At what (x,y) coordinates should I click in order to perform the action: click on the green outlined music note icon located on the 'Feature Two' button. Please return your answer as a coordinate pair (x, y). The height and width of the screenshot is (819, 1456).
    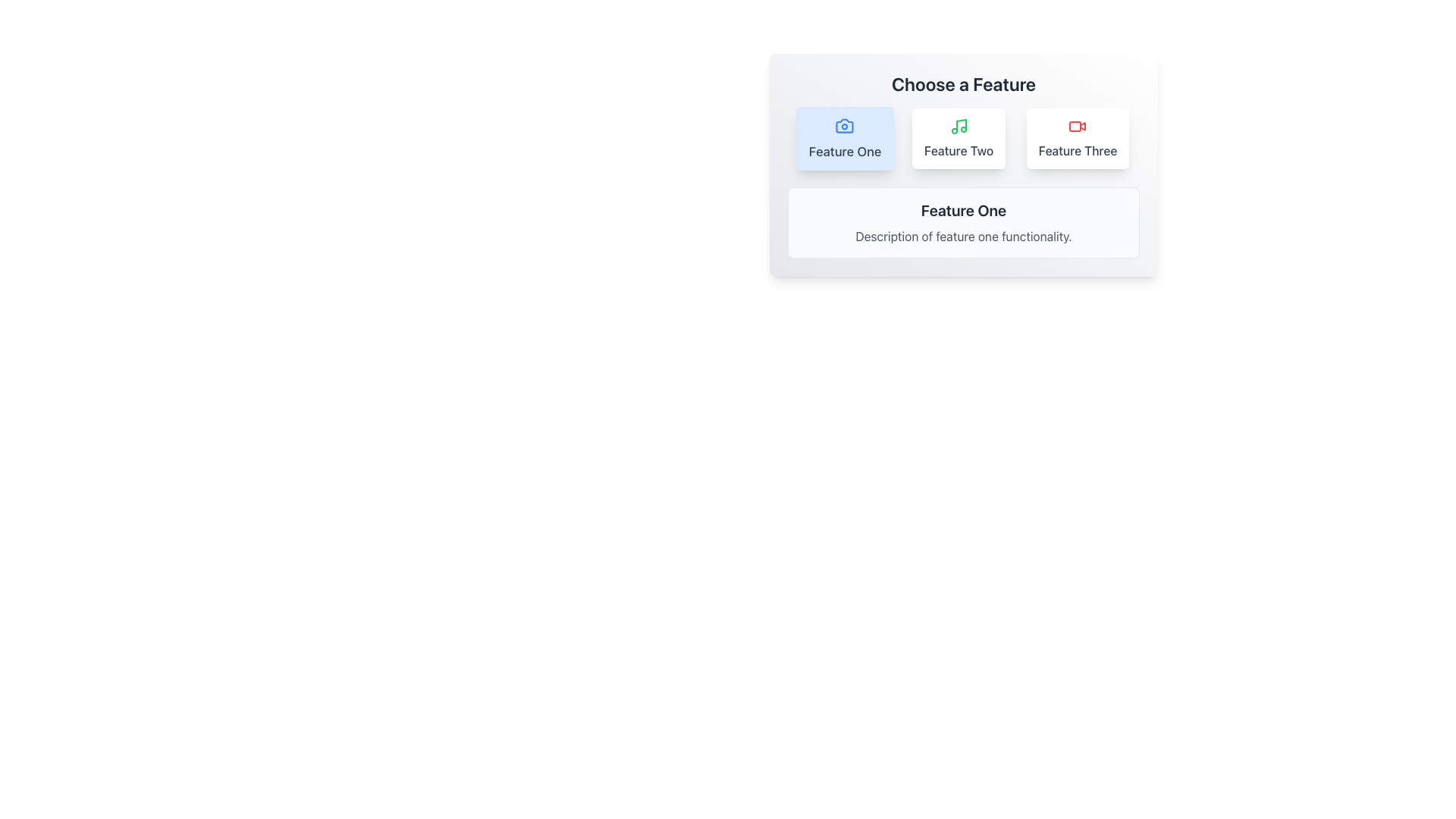
    Looking at the image, I should click on (958, 125).